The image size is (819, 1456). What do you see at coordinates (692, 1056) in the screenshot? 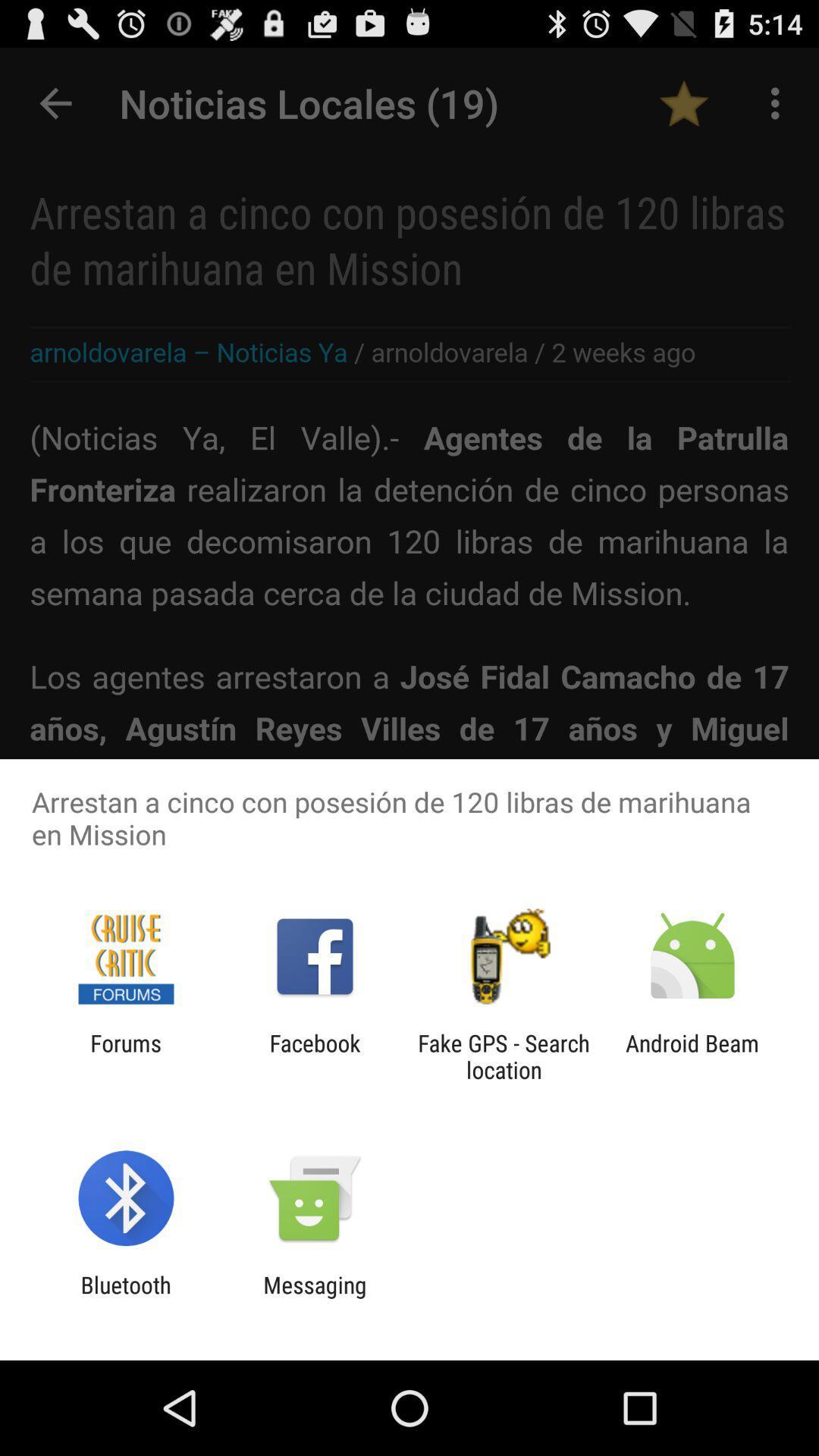
I see `the item at the bottom right corner` at bounding box center [692, 1056].